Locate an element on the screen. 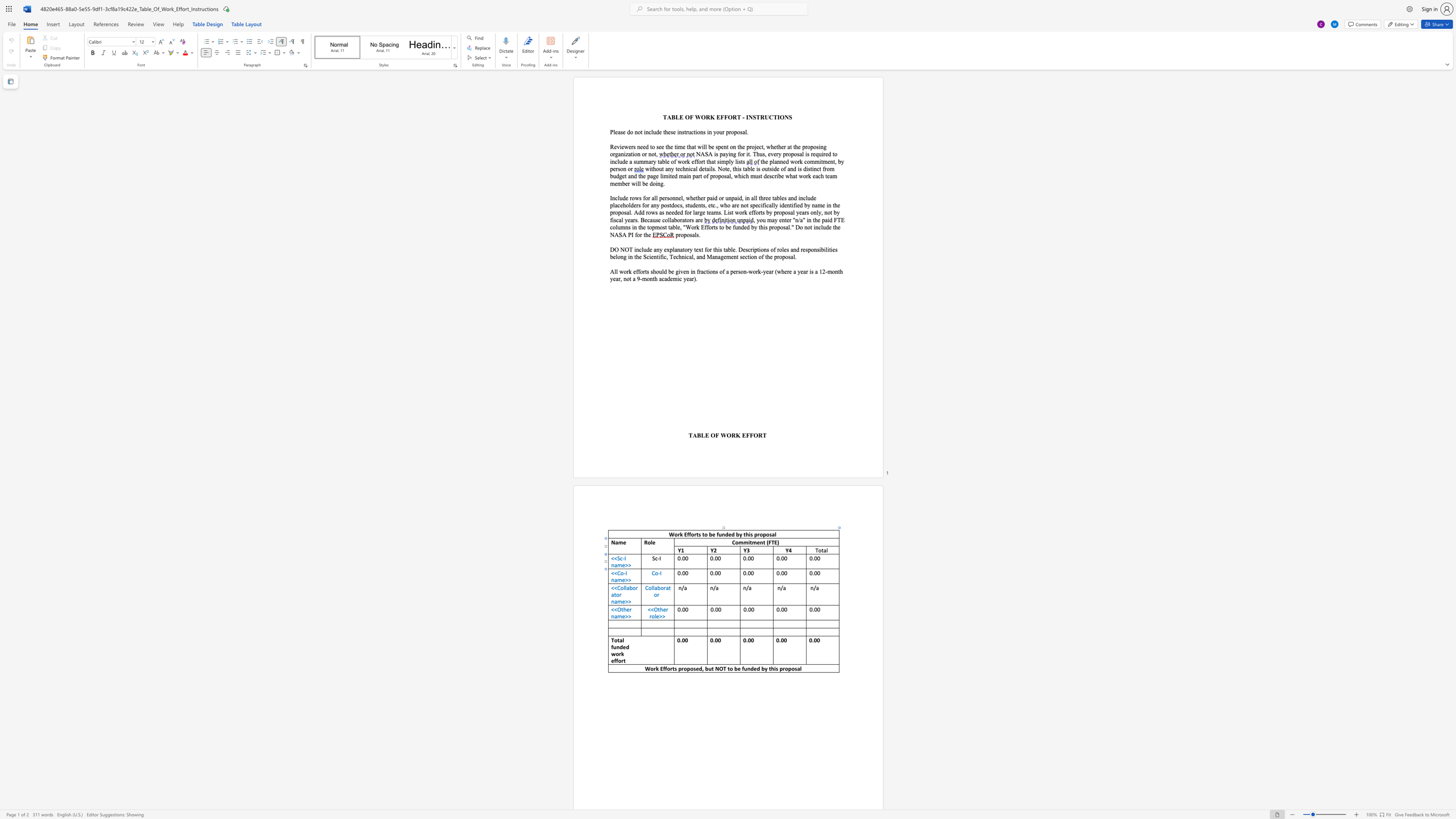 This screenshot has height=819, width=1456. the space between the continuous character "C" and "o" in the text is located at coordinates (620, 587).